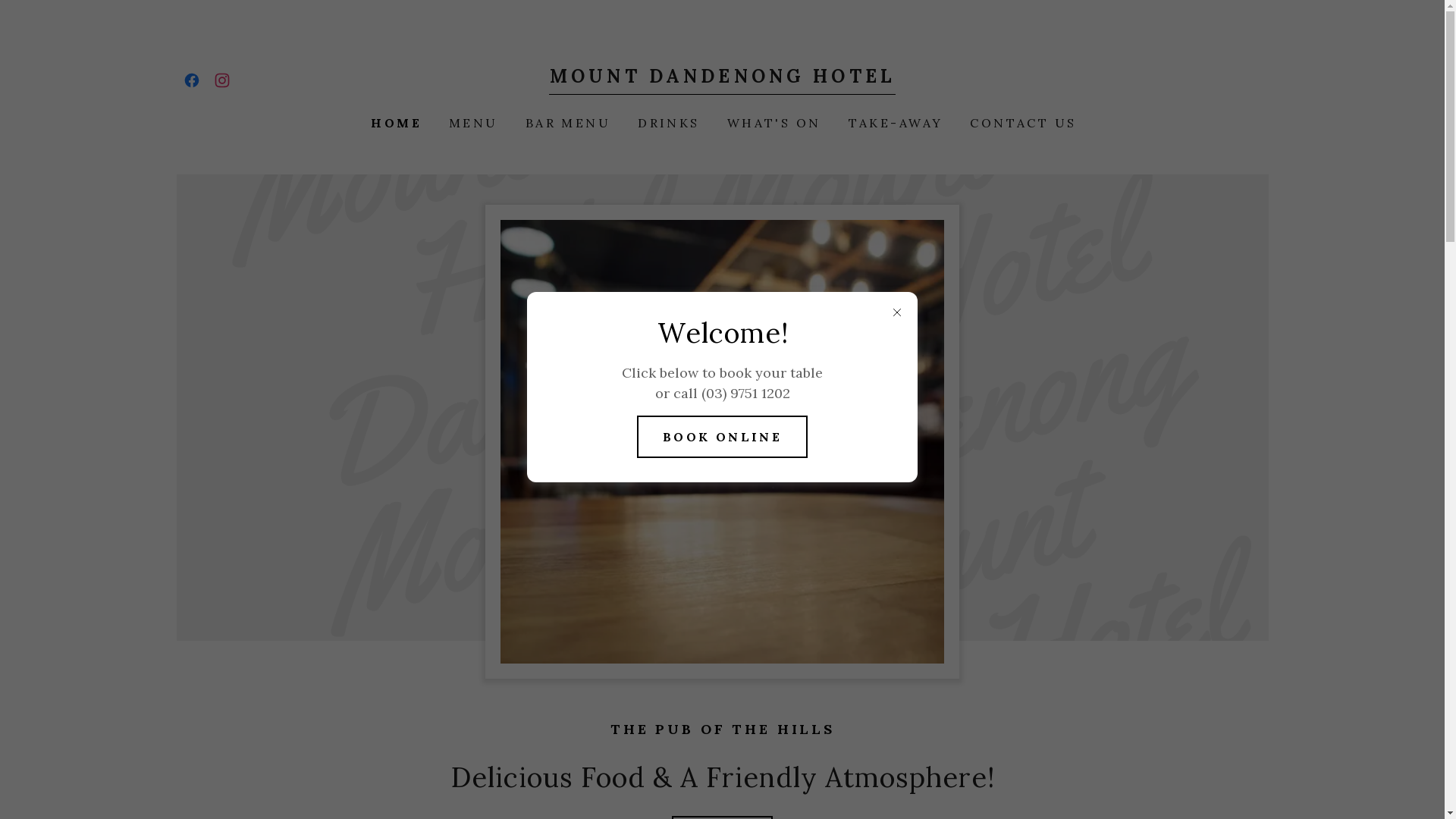 Image resolution: width=1456 pixels, height=819 pixels. What do you see at coordinates (722, 436) in the screenshot?
I see `'BOOK ONLINE'` at bounding box center [722, 436].